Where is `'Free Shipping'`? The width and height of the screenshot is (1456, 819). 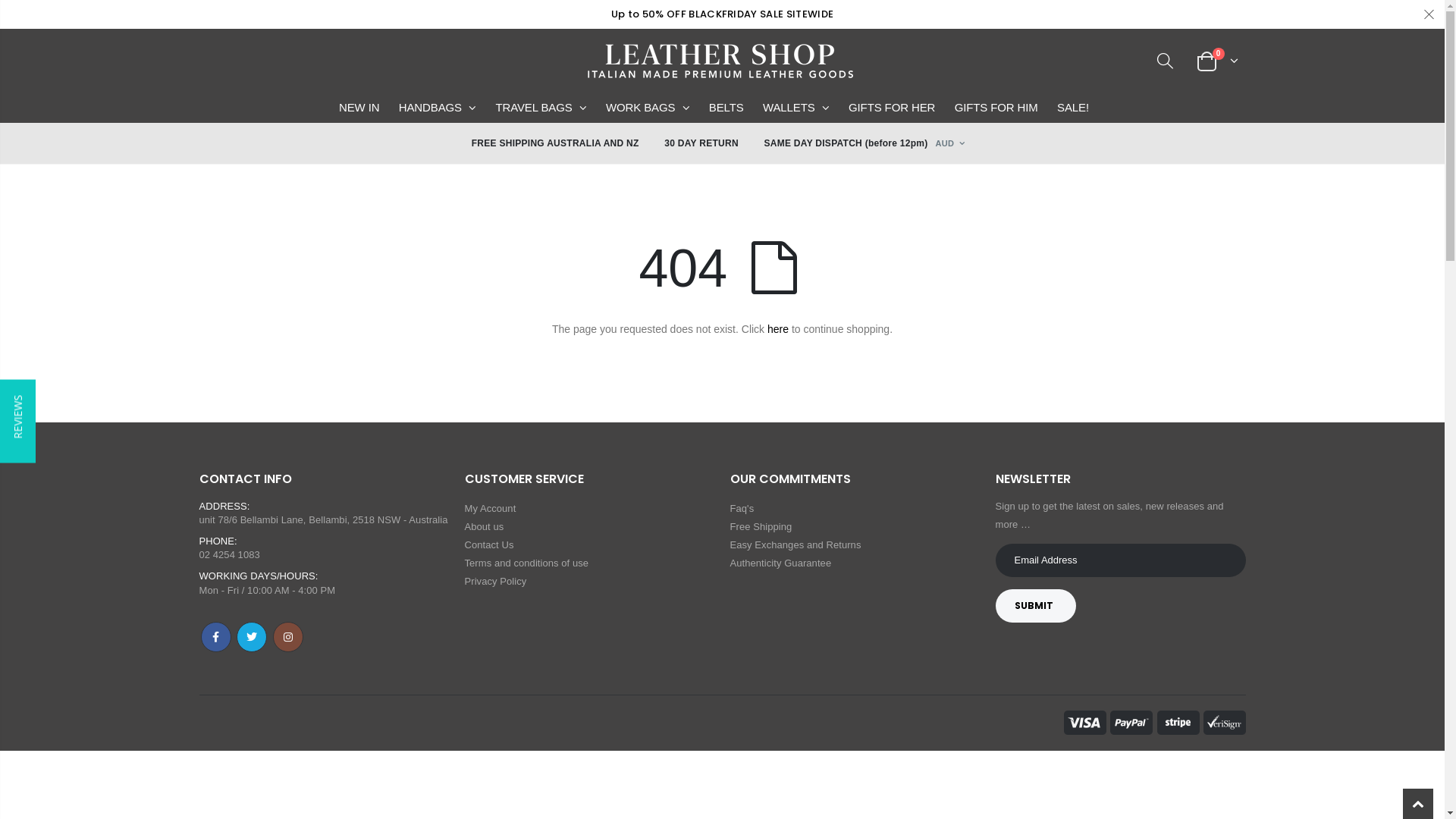 'Free Shipping' is located at coordinates (729, 526).